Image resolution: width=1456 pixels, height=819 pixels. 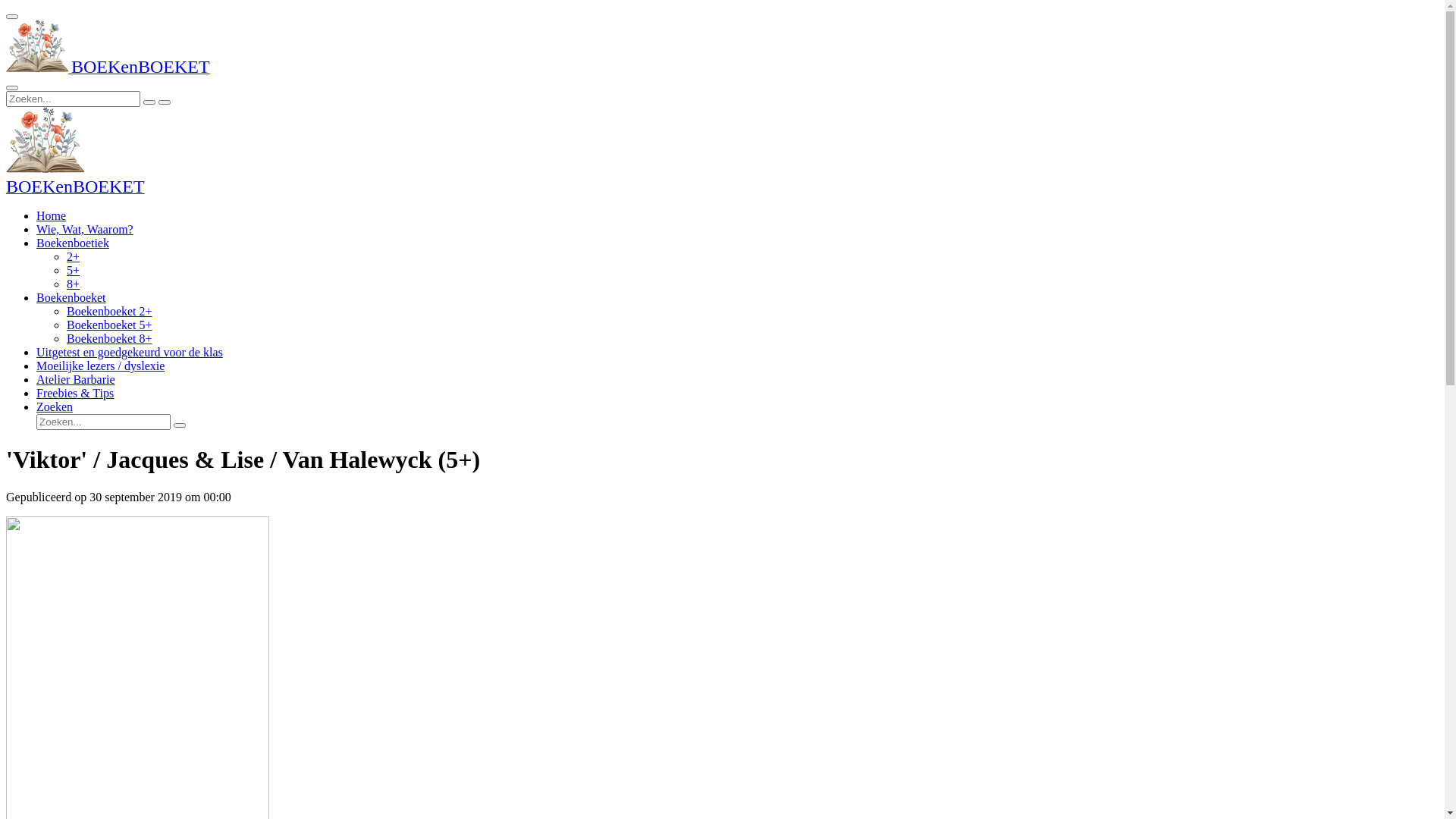 I want to click on '2+', so click(x=72, y=256).